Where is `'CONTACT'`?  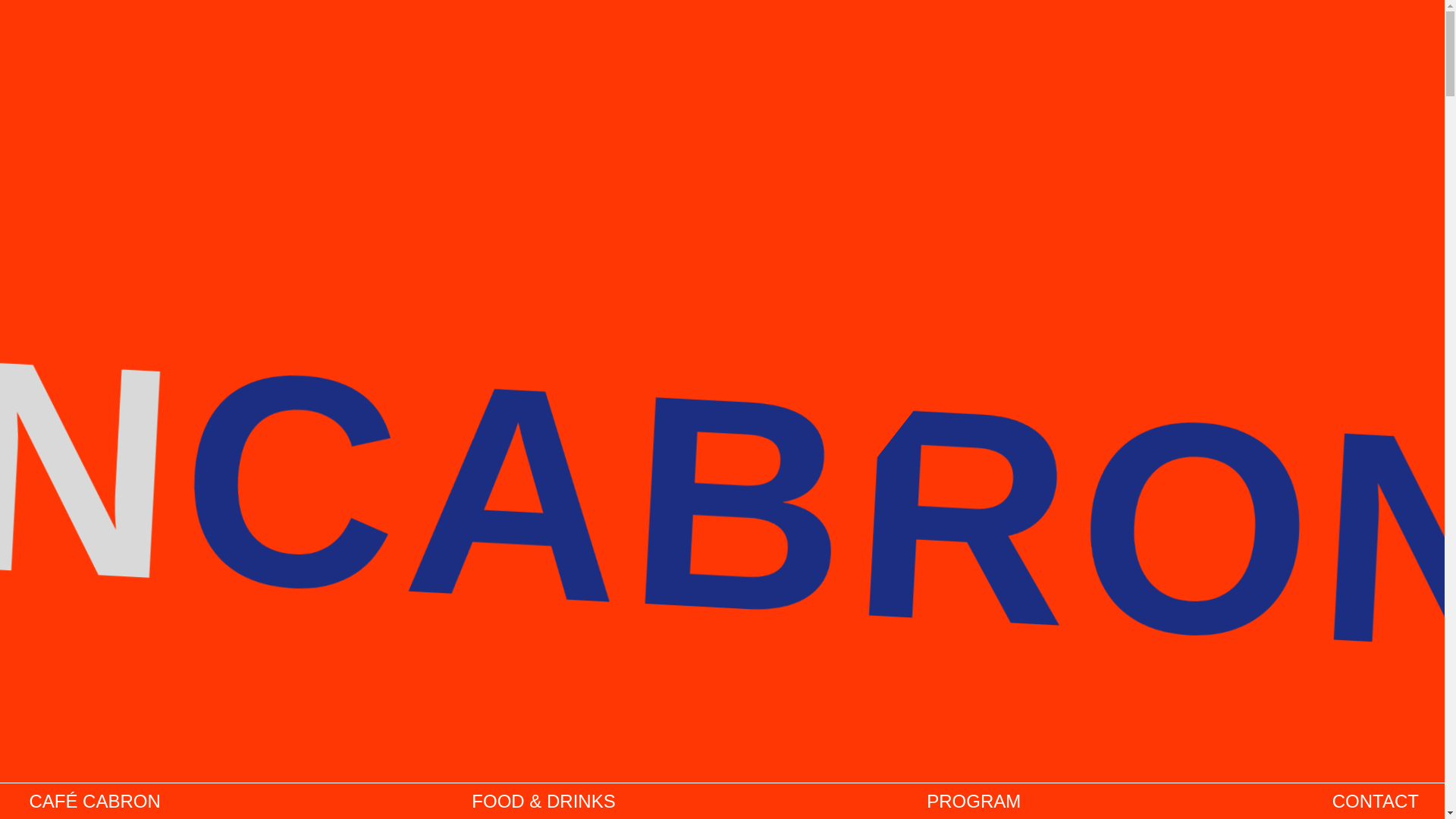 'CONTACT' is located at coordinates (1377, 800).